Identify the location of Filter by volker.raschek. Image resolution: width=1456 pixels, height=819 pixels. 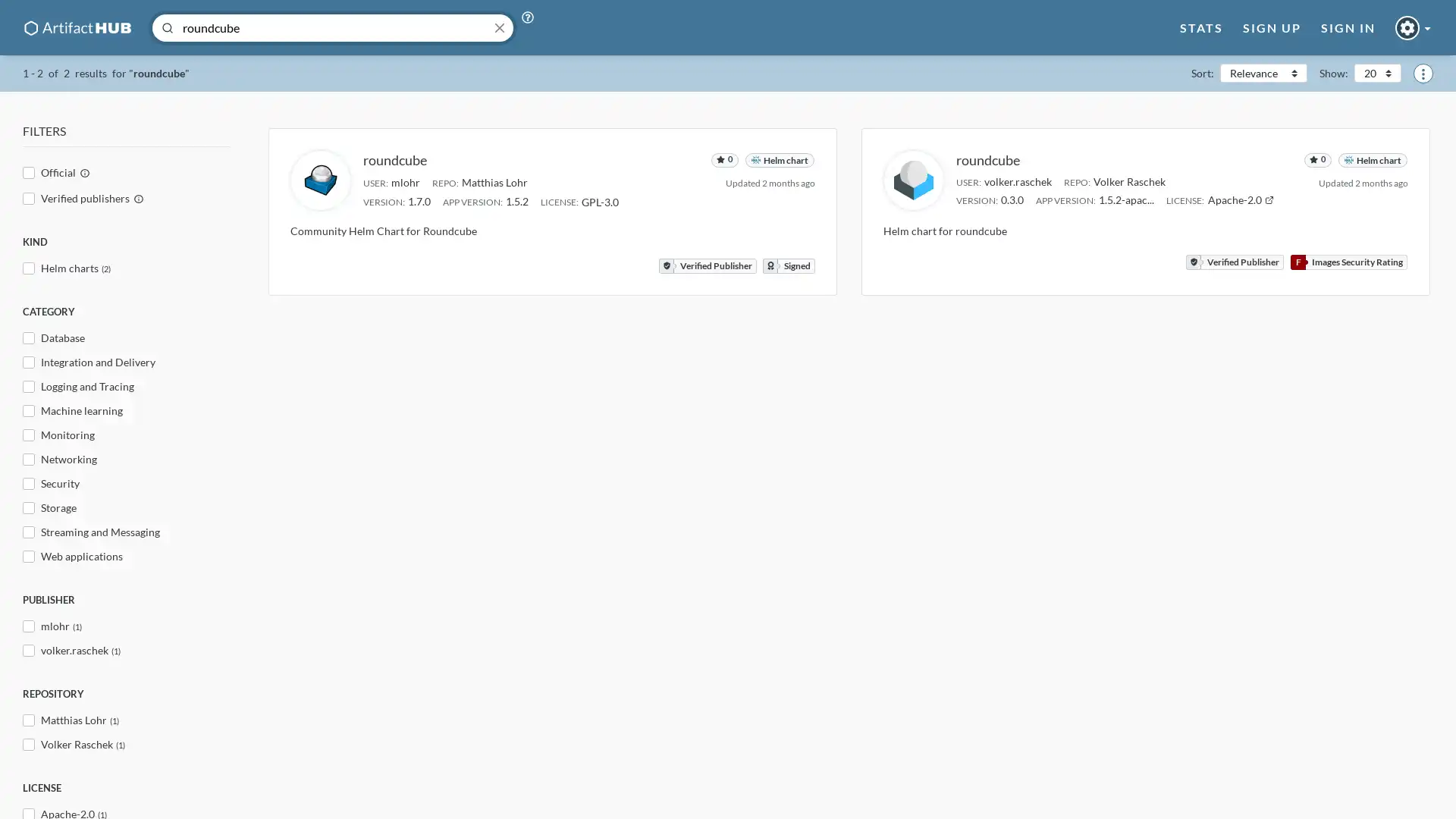
(1018, 180).